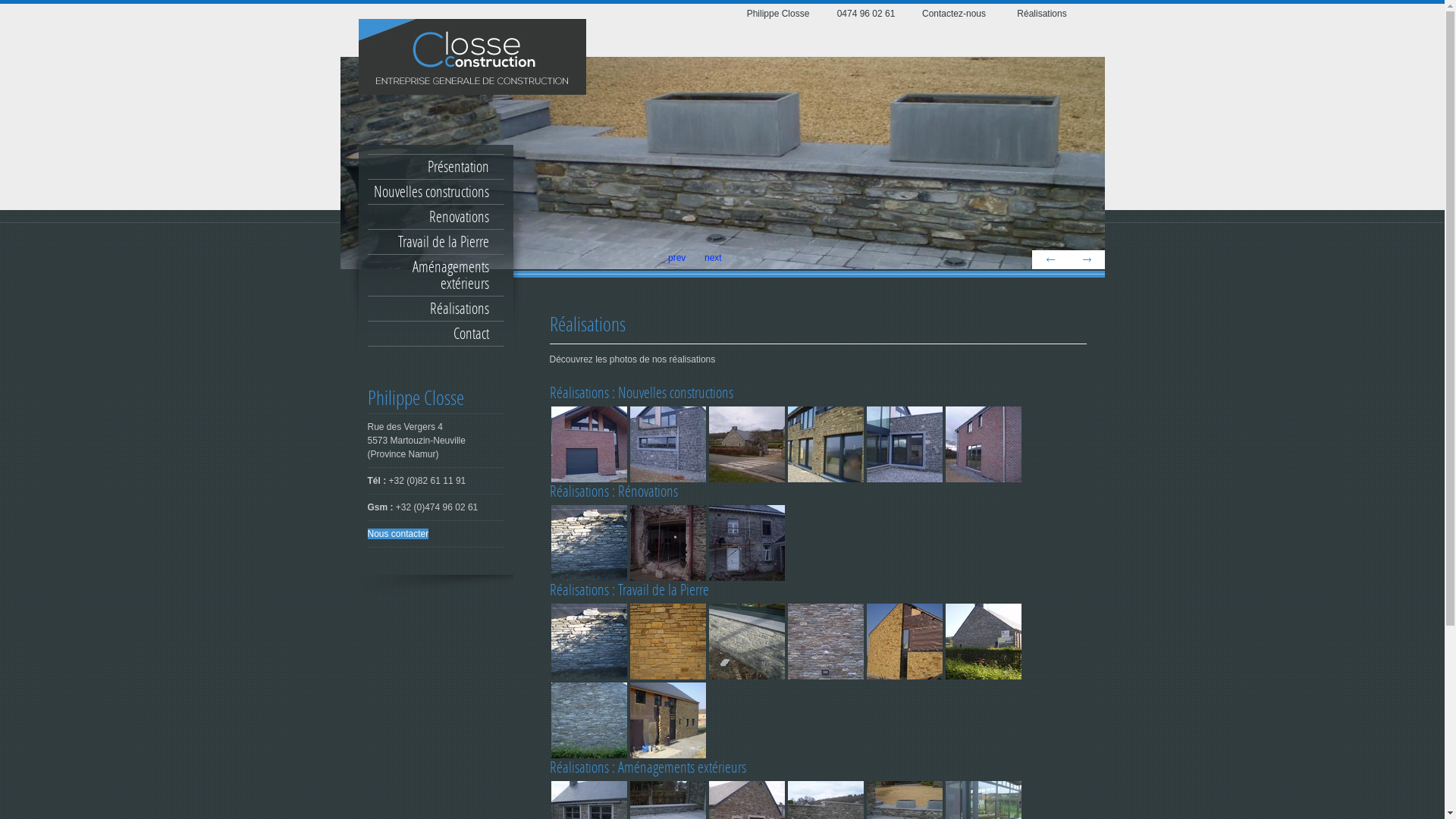 The height and width of the screenshot is (819, 1456). What do you see at coordinates (777, 14) in the screenshot?
I see `'Philippe Closse'` at bounding box center [777, 14].